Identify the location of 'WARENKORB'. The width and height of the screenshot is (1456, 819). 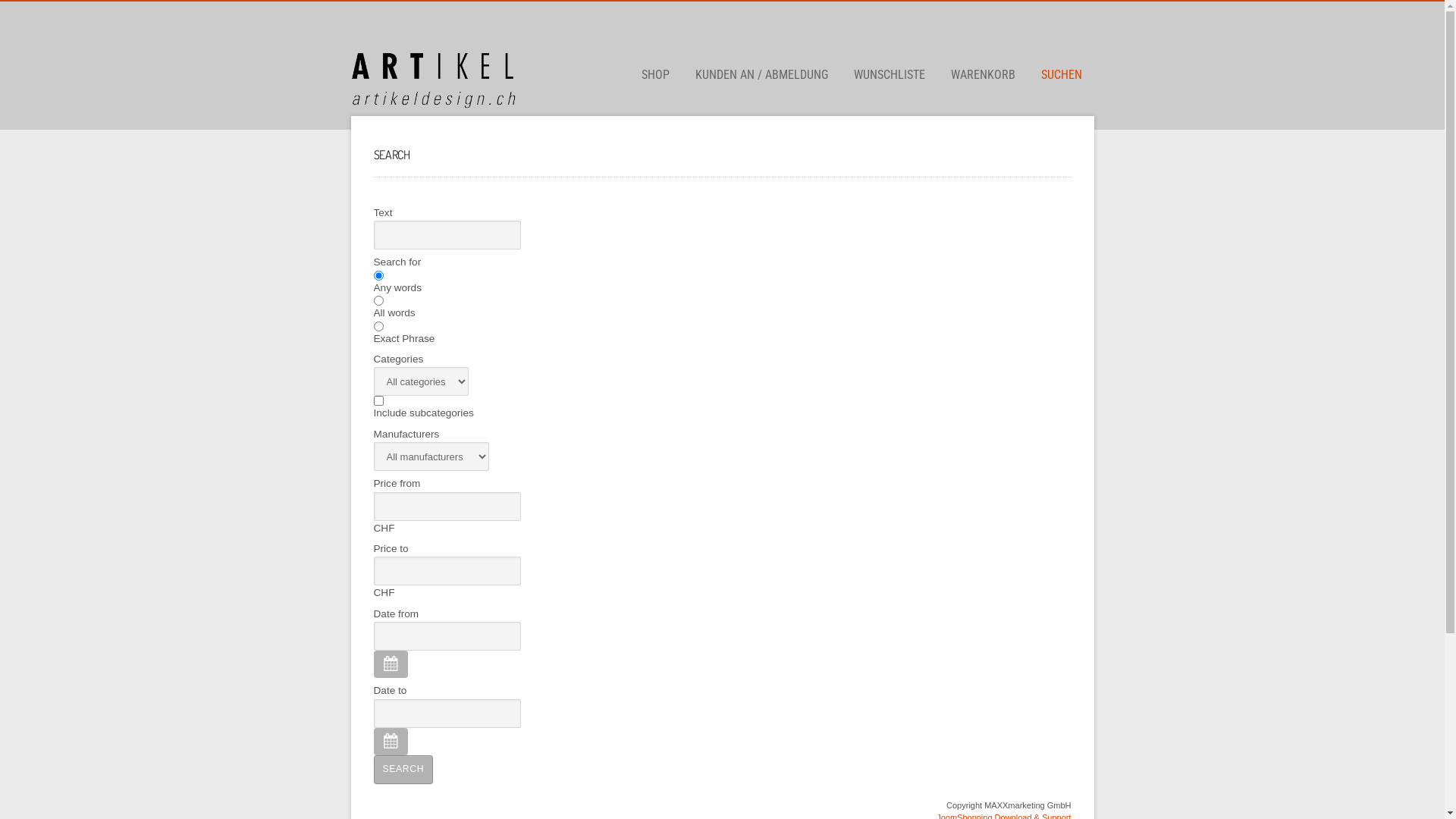
(983, 75).